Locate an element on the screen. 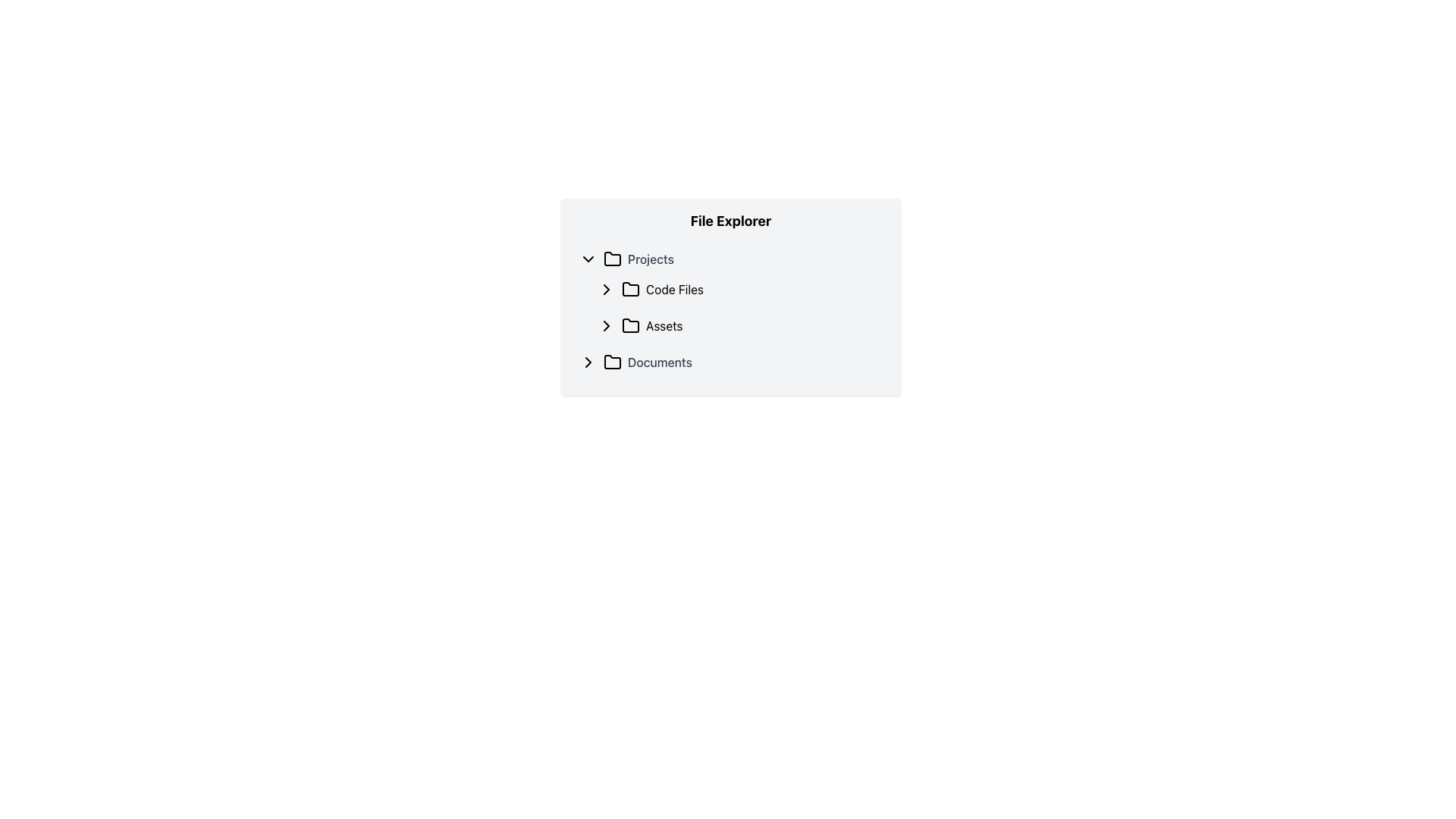 The image size is (1456, 819). the folder icon is located at coordinates (630, 325).